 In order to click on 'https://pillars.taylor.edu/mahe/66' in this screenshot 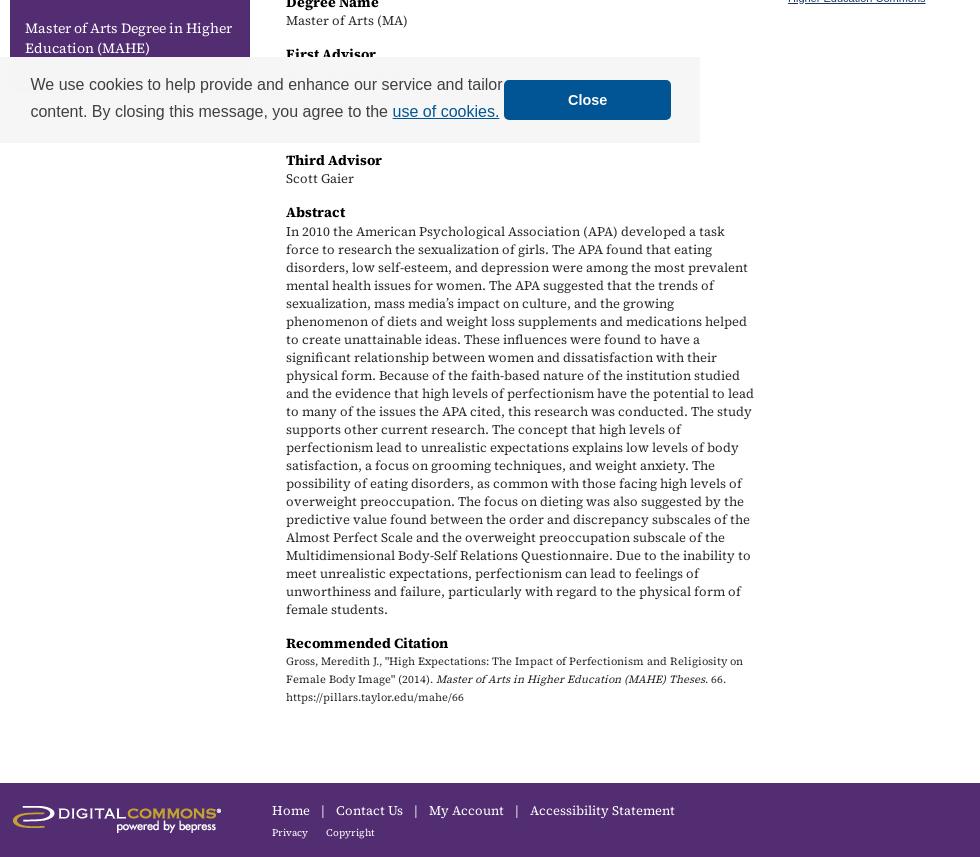, I will do `click(375, 696)`.